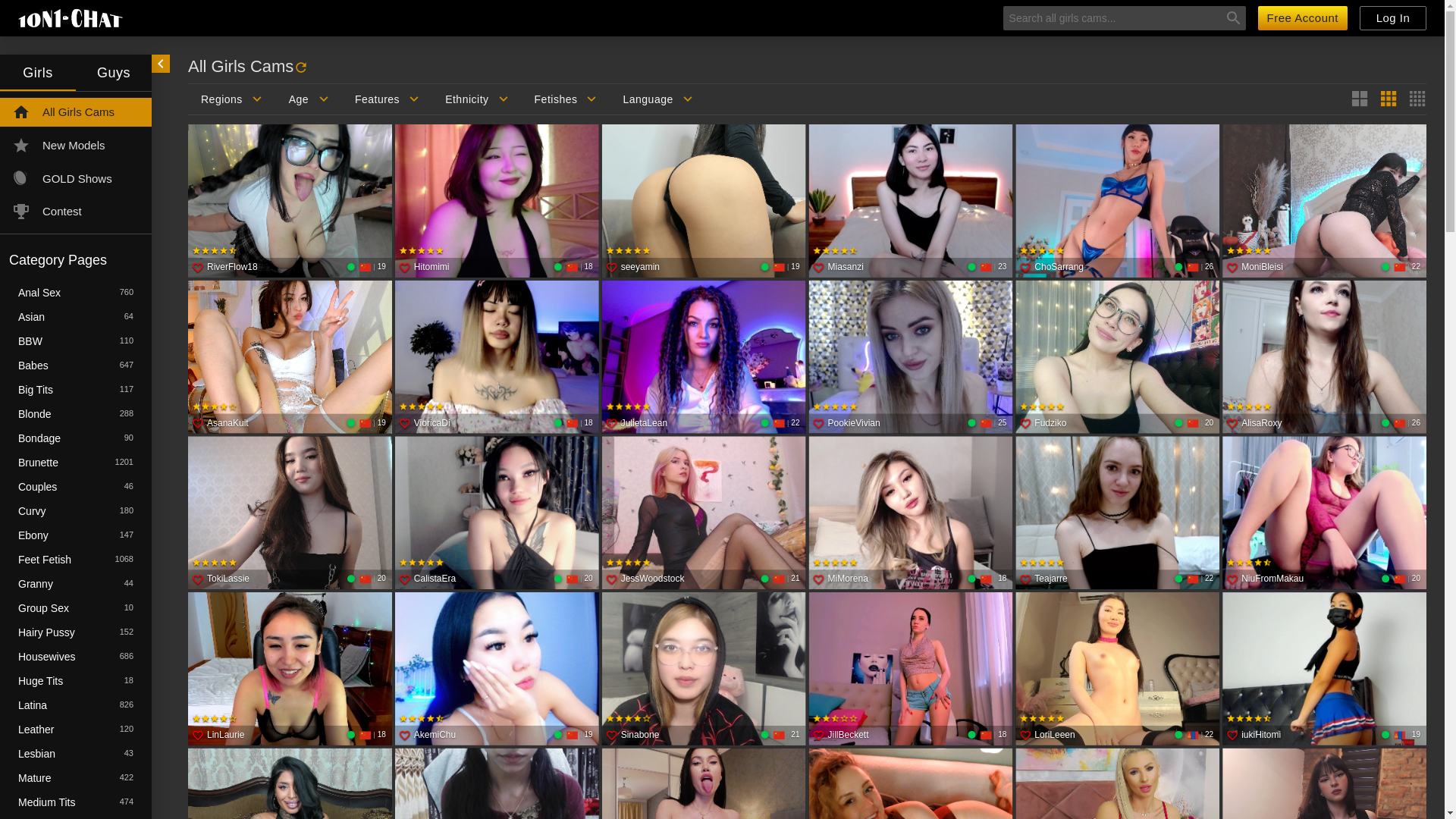 The height and width of the screenshot is (819, 1456). What do you see at coordinates (910, 669) in the screenshot?
I see `'JillBeckett` at bounding box center [910, 669].